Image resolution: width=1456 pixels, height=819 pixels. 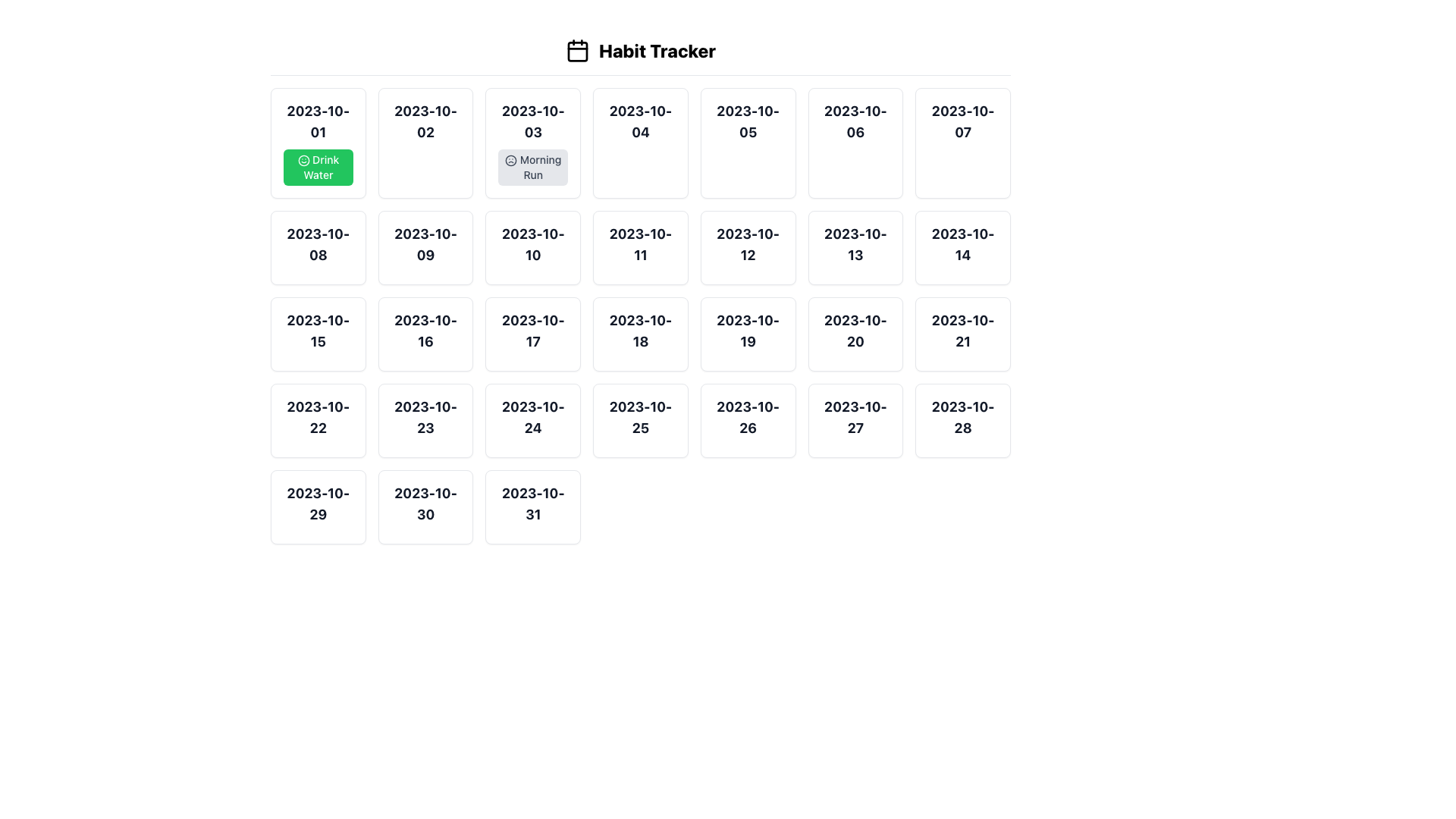 I want to click on the Date display card representing October 30, 2023, located at the bottom-right of the calendar interface, so click(x=425, y=507).